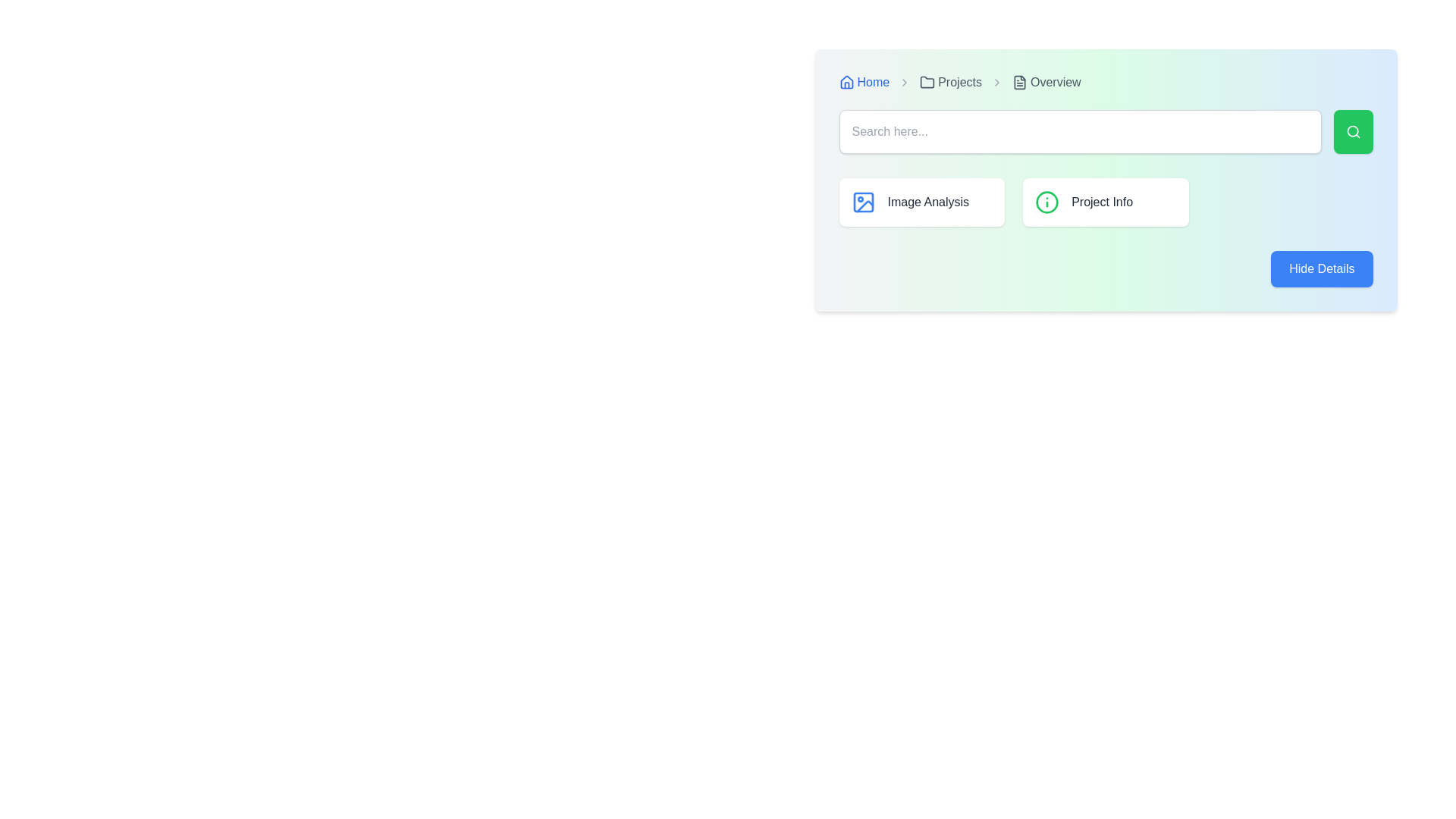 The image size is (1456, 819). I want to click on the circular green icon with an 'i' symbol located within the 'Project Info' card on the right side of the interface, so click(1046, 201).